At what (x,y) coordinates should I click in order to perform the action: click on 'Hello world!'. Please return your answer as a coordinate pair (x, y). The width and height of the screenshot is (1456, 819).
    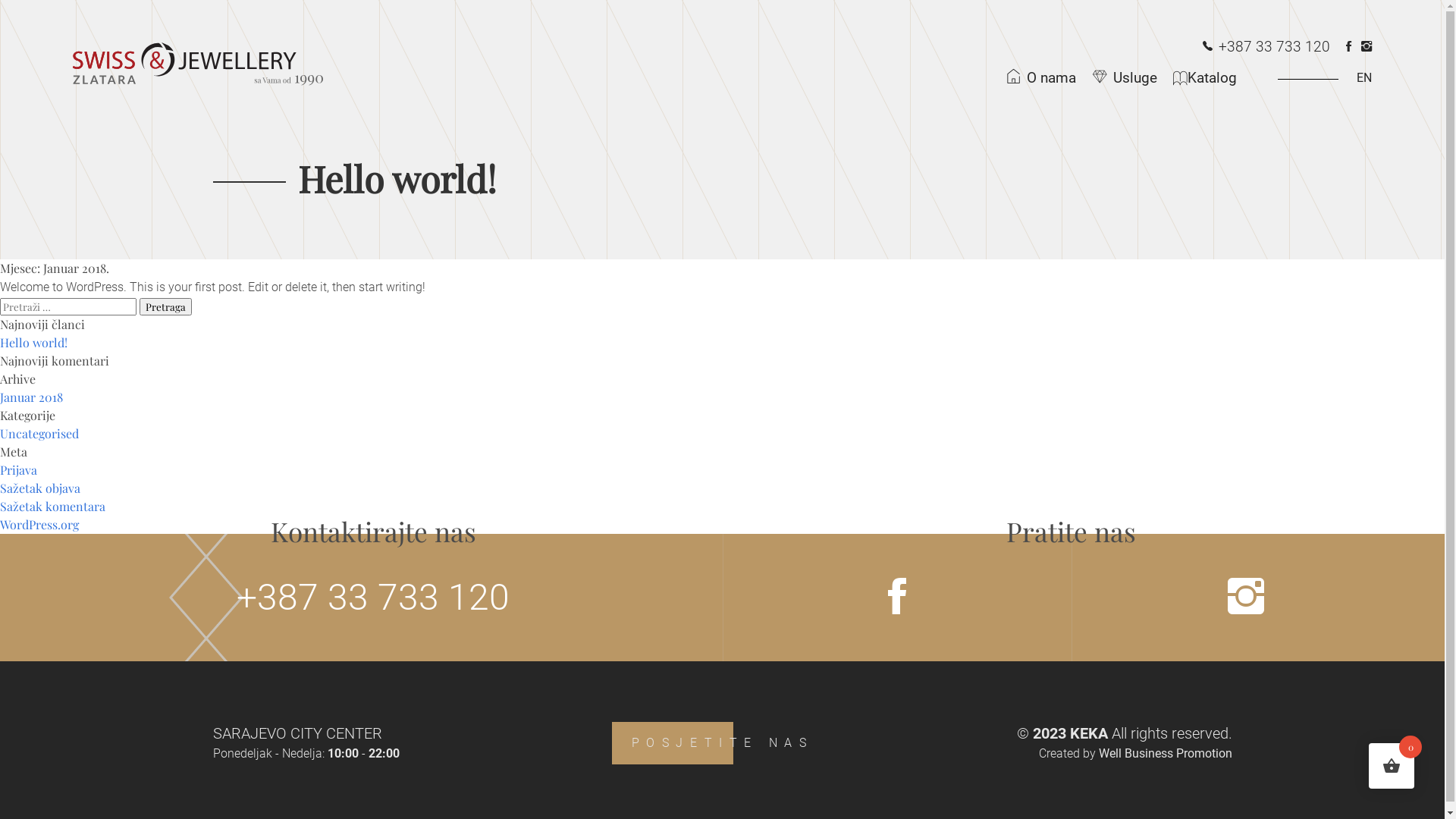
    Looking at the image, I should click on (33, 342).